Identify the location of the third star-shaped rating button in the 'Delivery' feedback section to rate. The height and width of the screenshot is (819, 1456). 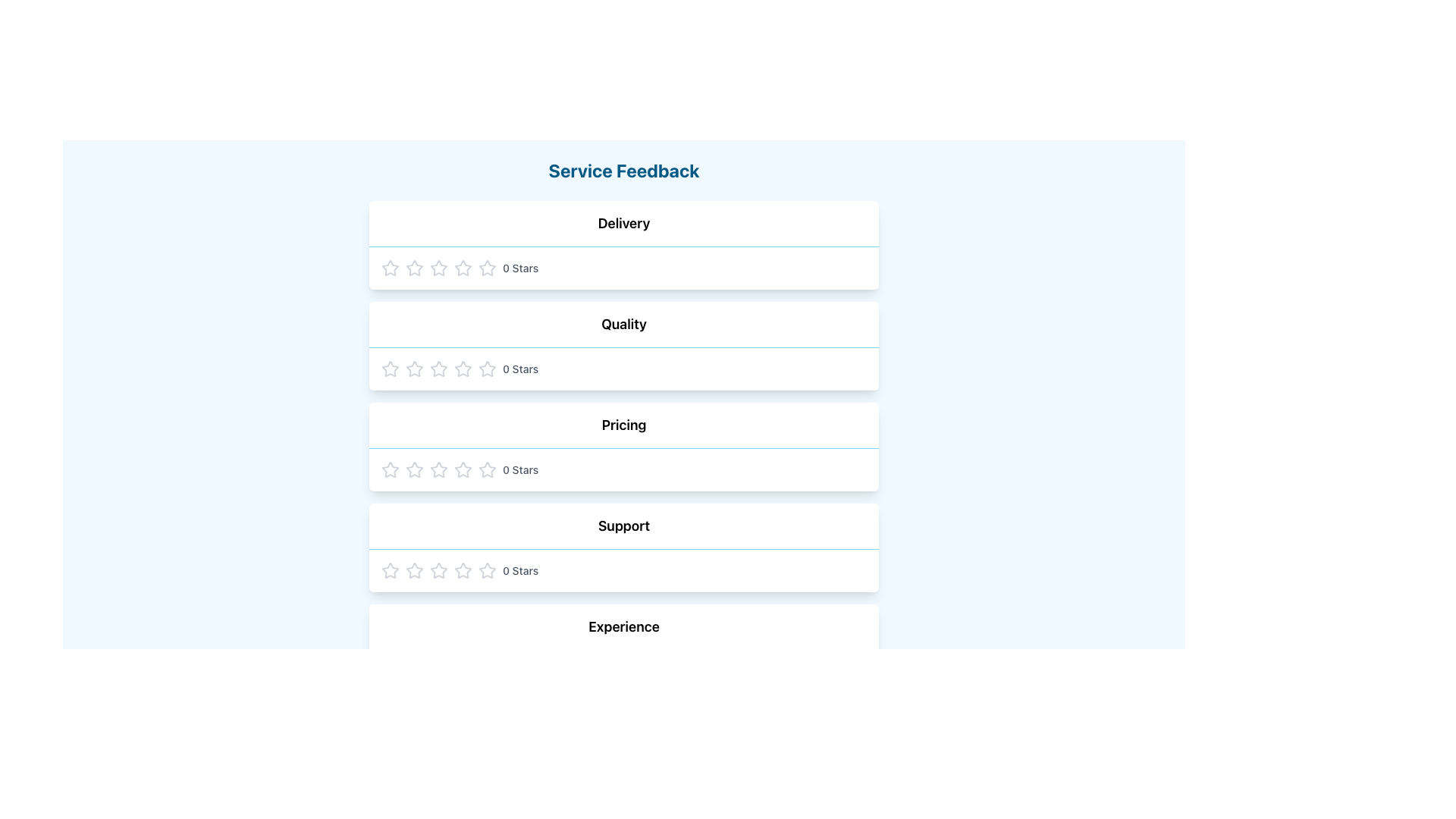
(488, 267).